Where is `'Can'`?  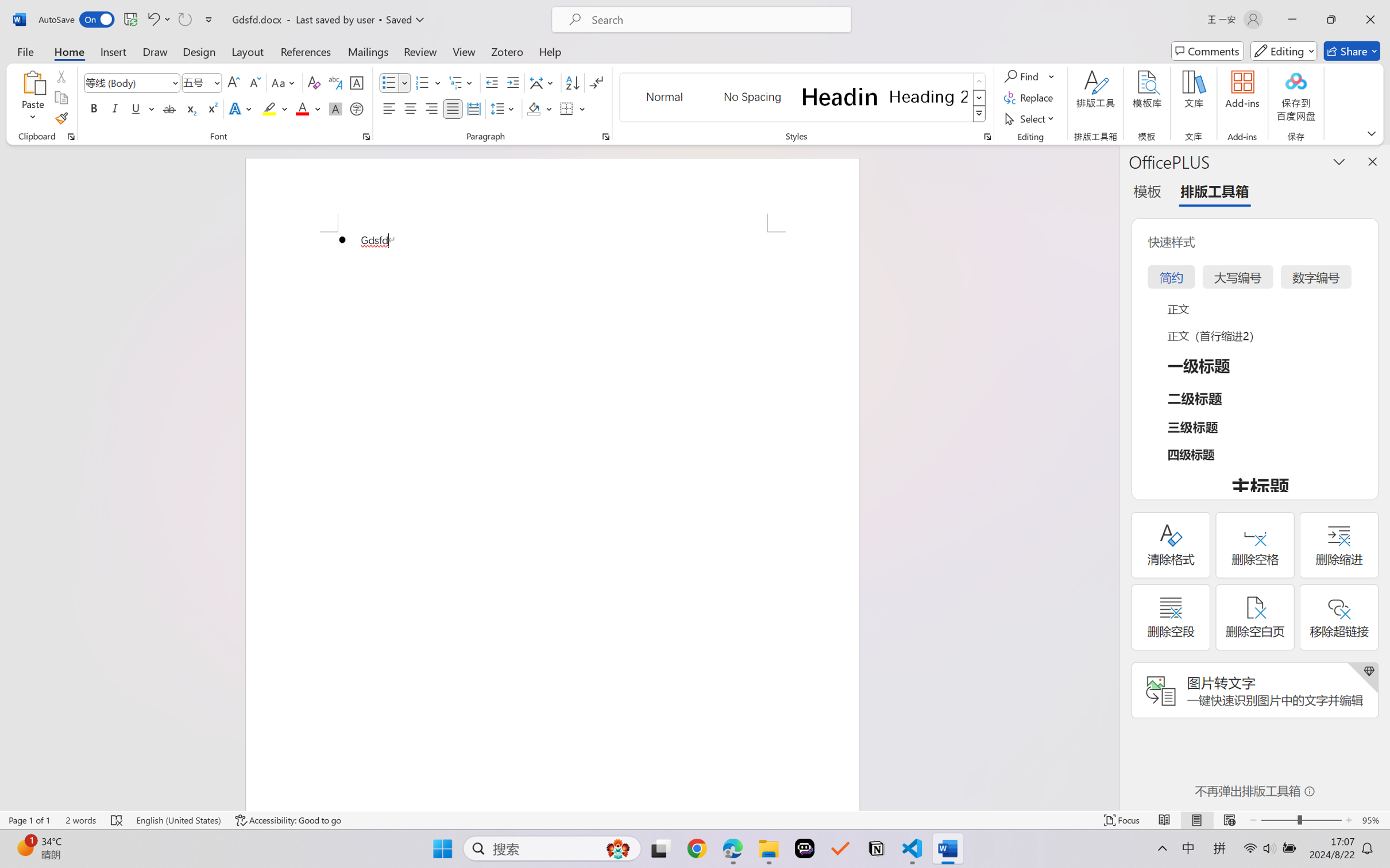 'Can' is located at coordinates (184, 19).